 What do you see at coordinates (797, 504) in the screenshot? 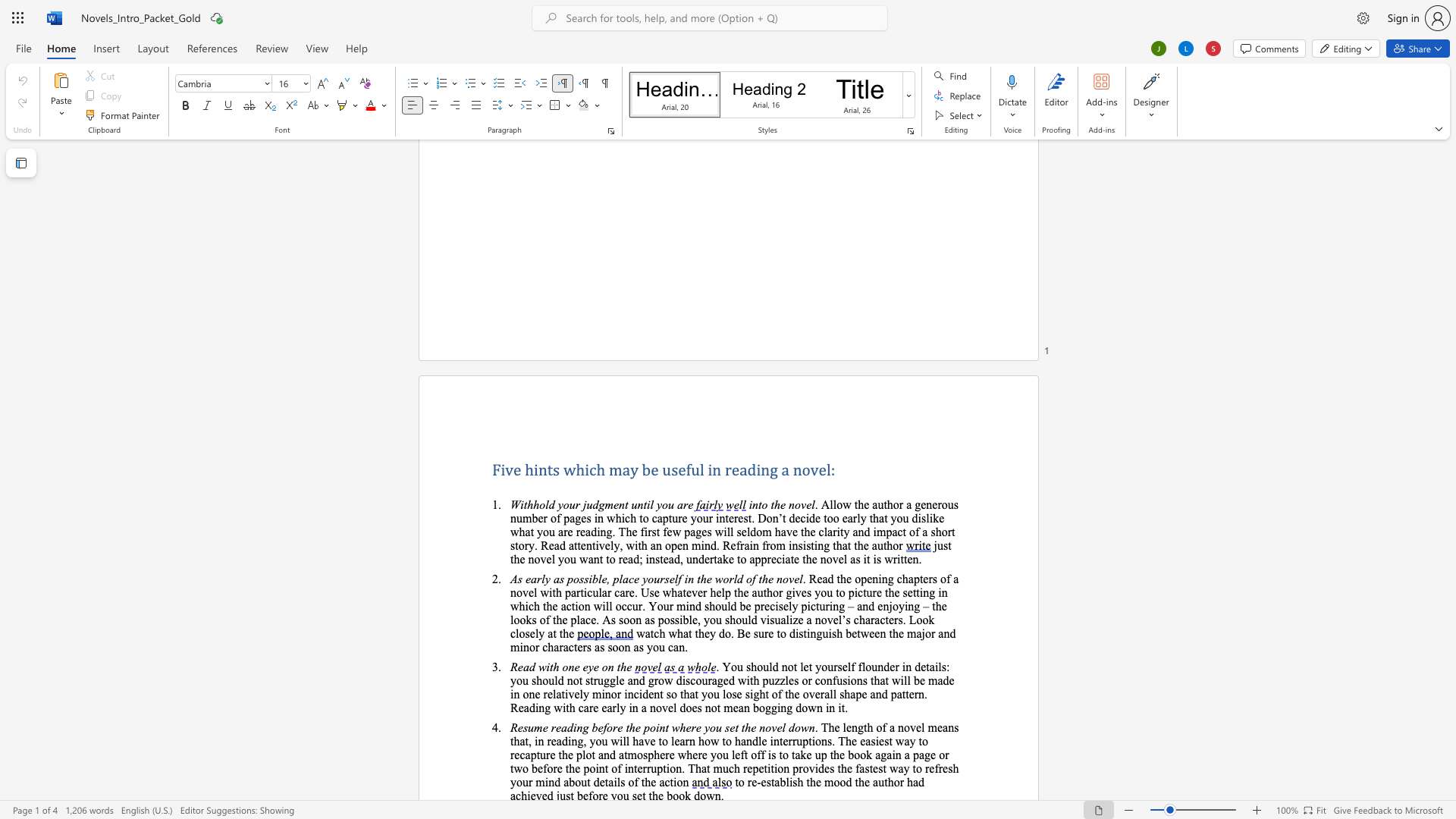
I see `the 2th character "o" in the text` at bounding box center [797, 504].